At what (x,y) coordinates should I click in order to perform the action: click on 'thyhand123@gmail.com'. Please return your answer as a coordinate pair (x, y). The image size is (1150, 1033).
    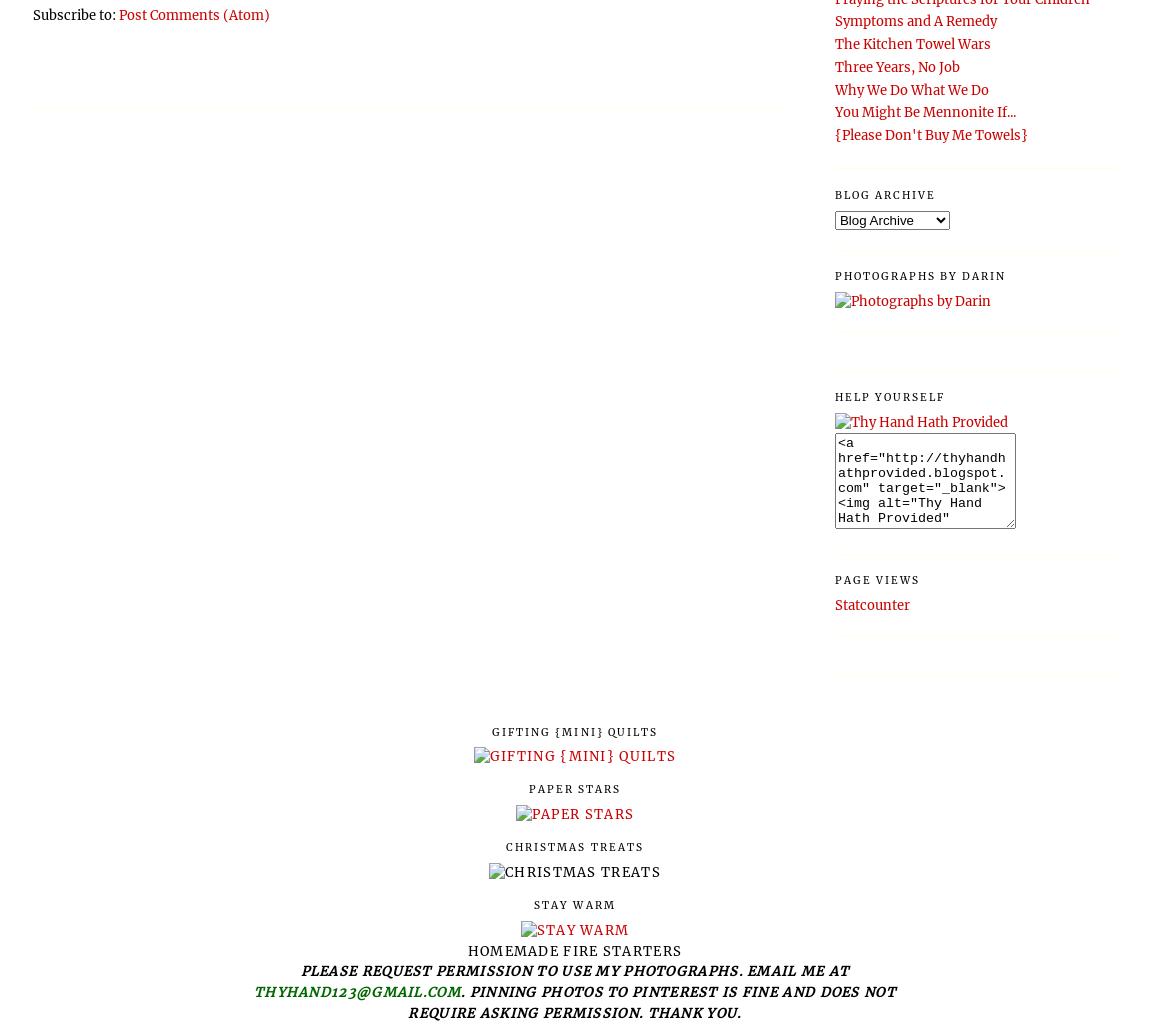
    Looking at the image, I should click on (356, 991).